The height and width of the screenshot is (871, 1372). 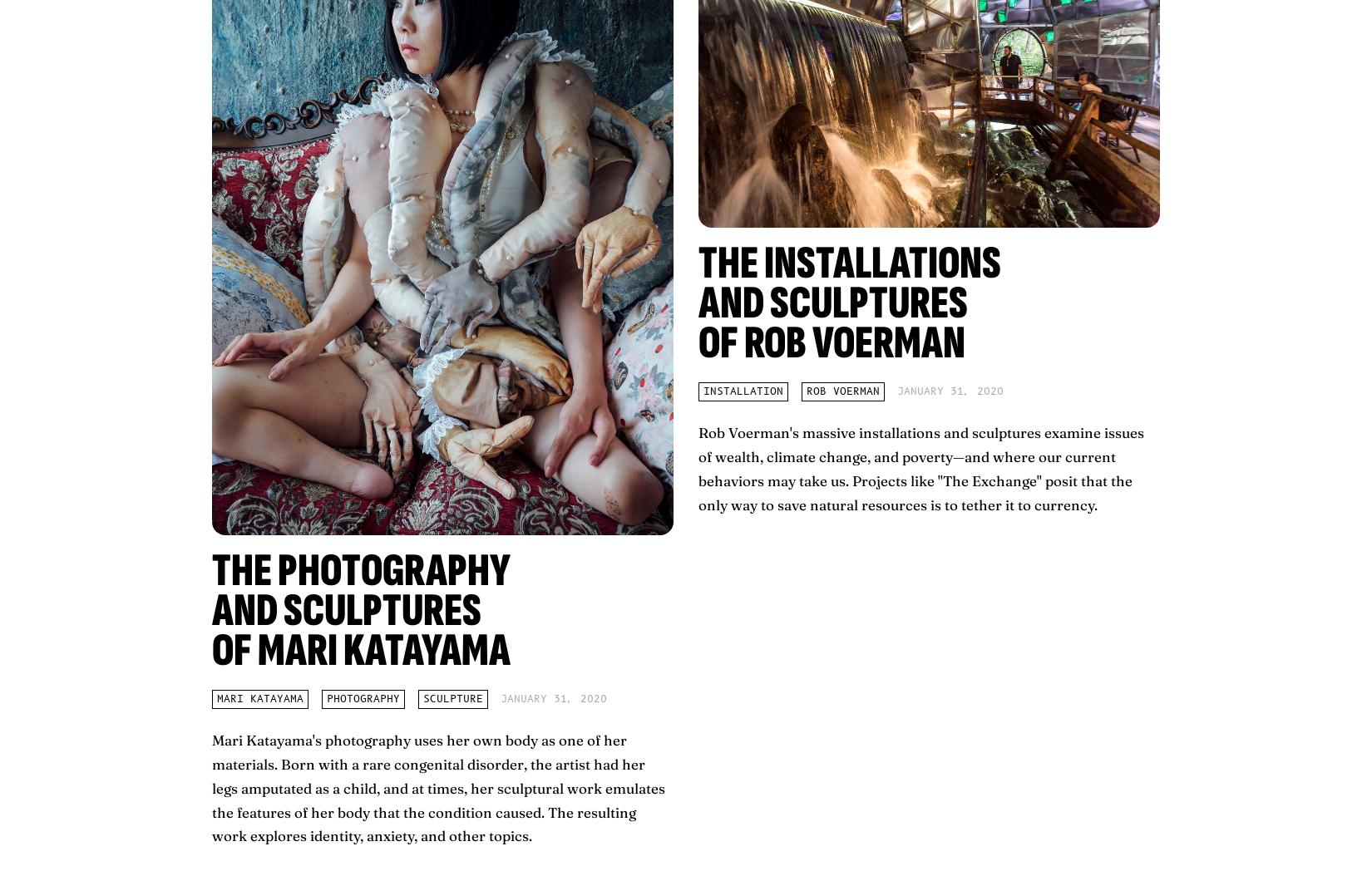 What do you see at coordinates (743, 391) in the screenshot?
I see `'installation'` at bounding box center [743, 391].